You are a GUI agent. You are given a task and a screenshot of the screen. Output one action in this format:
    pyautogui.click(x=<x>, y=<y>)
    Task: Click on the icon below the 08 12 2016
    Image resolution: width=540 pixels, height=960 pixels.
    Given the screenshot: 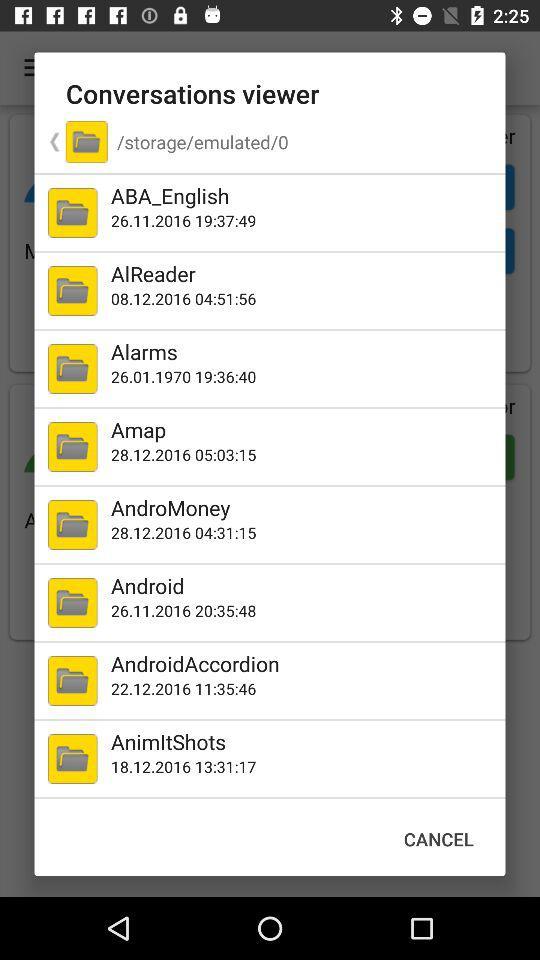 What is the action you would take?
    pyautogui.click(x=303, y=351)
    